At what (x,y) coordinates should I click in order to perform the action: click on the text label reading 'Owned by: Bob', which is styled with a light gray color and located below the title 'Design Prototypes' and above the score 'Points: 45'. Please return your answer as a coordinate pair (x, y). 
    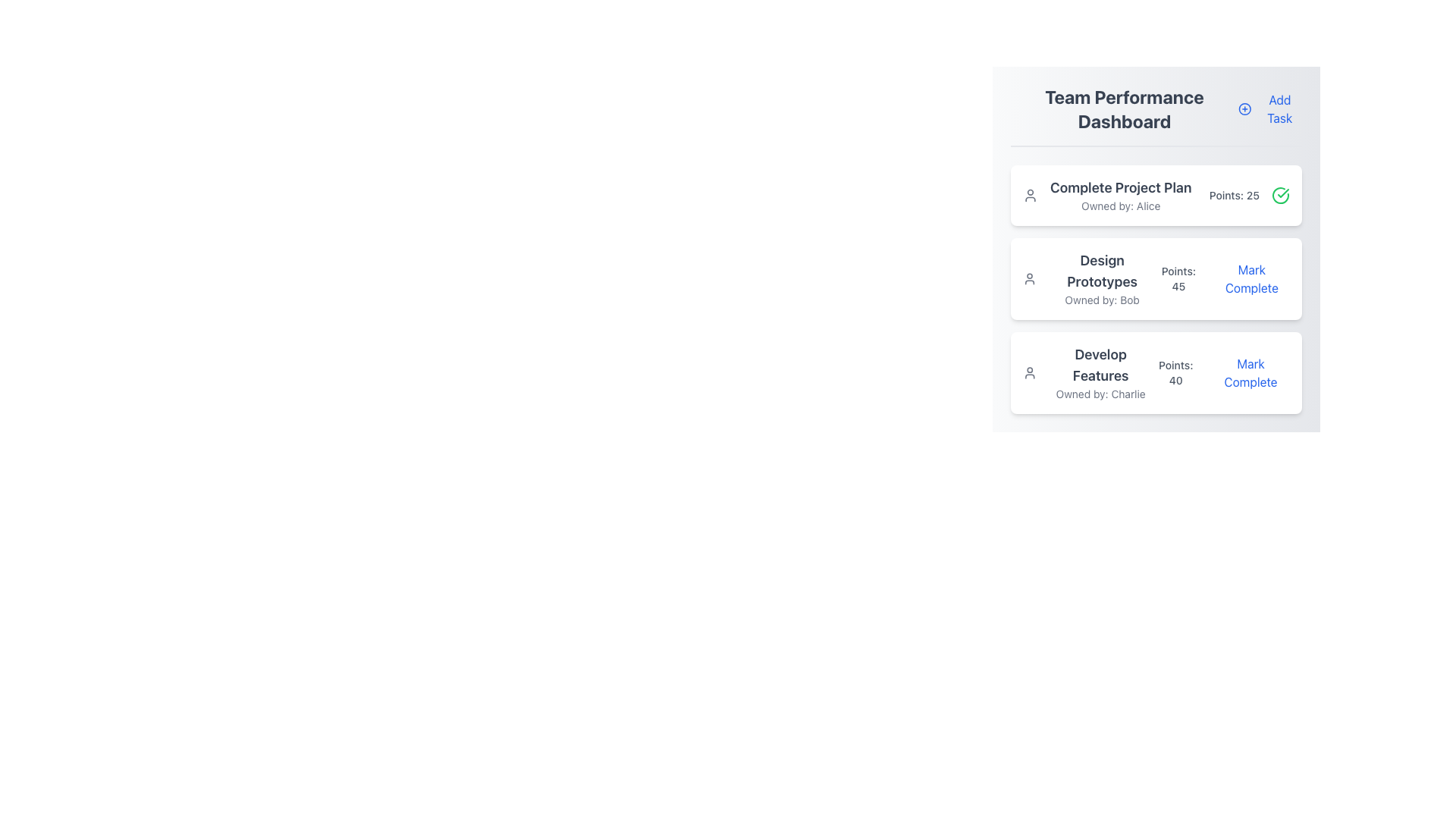
    Looking at the image, I should click on (1102, 300).